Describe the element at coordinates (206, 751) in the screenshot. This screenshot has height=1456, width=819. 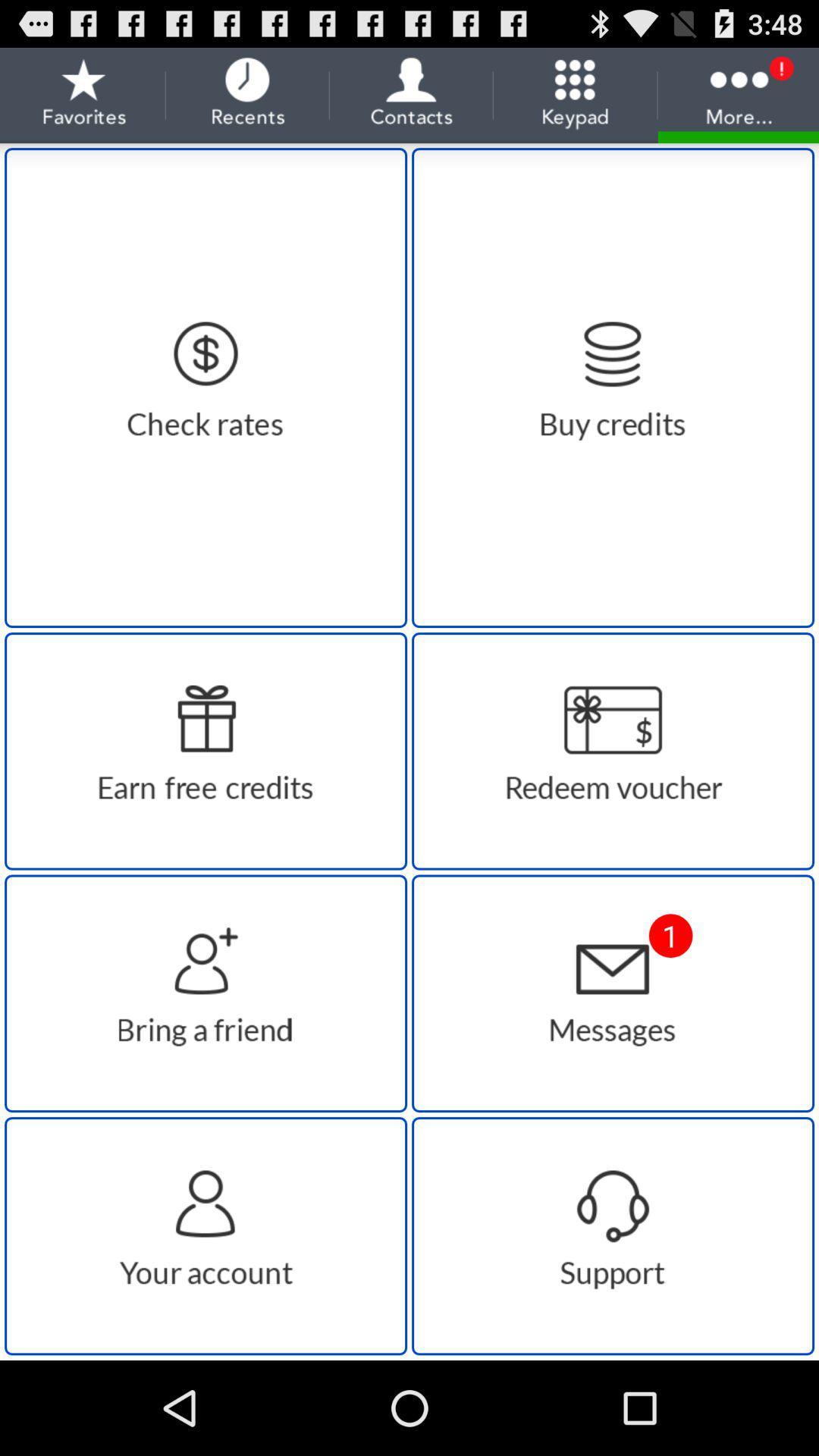
I see `icon on the left` at that location.